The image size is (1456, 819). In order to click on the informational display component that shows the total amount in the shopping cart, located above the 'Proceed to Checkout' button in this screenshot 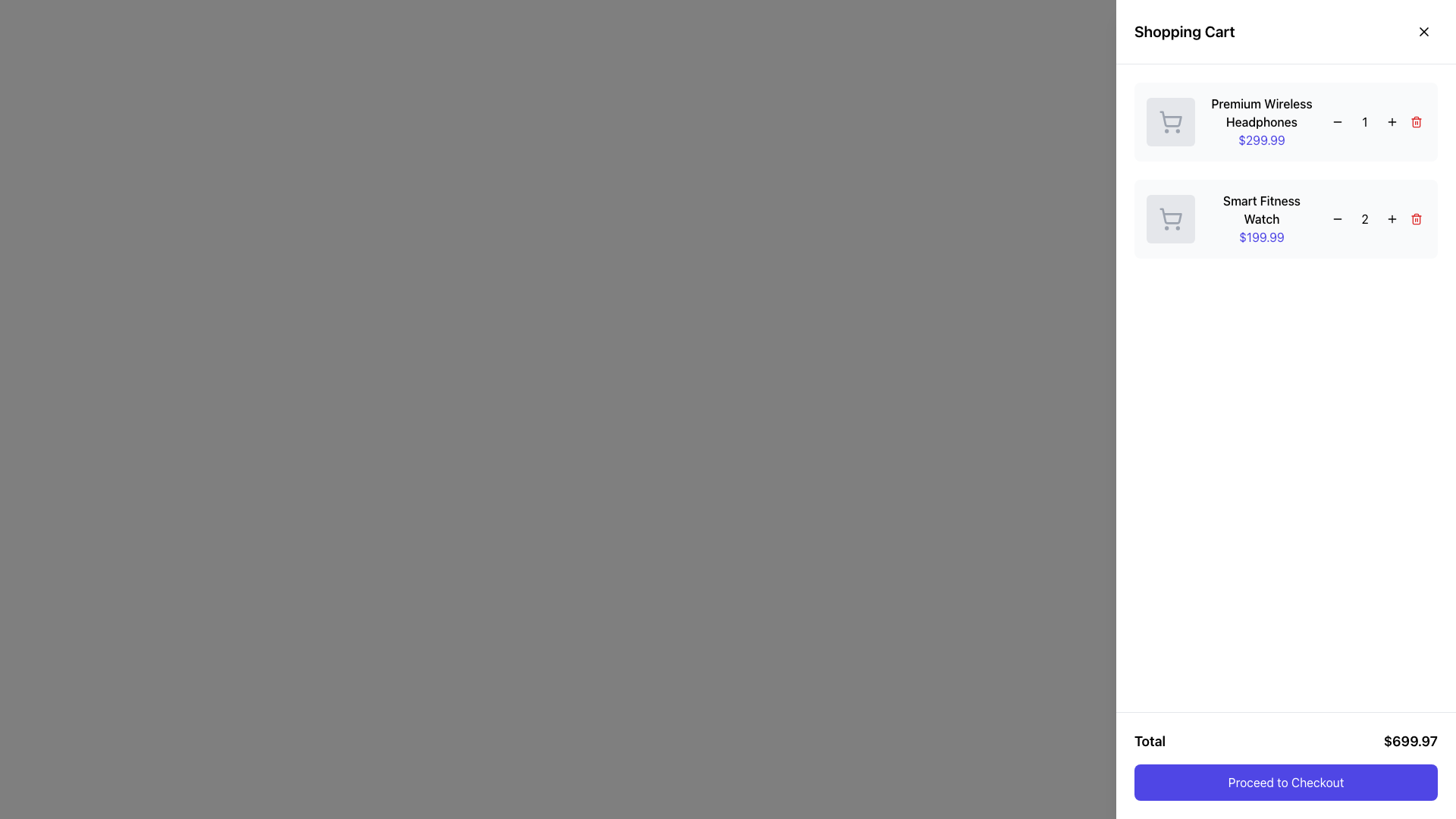, I will do `click(1285, 741)`.